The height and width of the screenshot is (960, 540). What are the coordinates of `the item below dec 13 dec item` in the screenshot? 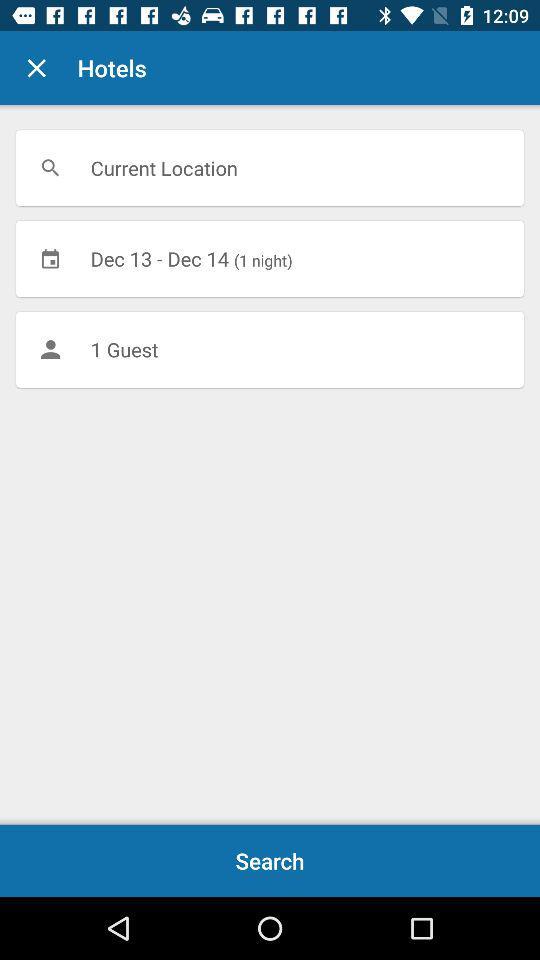 It's located at (270, 349).